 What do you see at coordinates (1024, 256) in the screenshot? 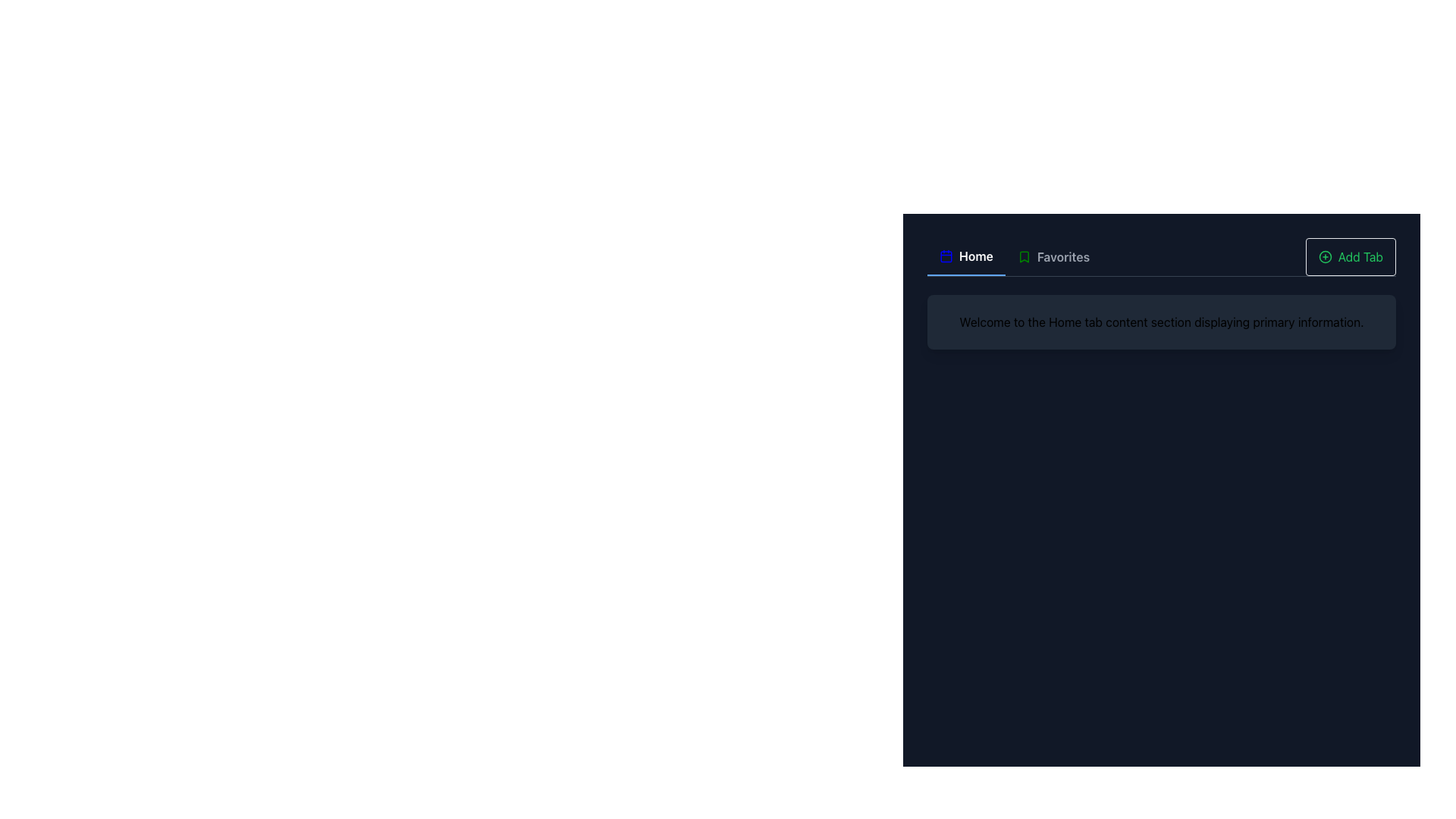
I see `the 'Favorites' icon located in the navigation bar, which is positioned to the left of the text 'Favorites' at the top center of the interface` at bounding box center [1024, 256].